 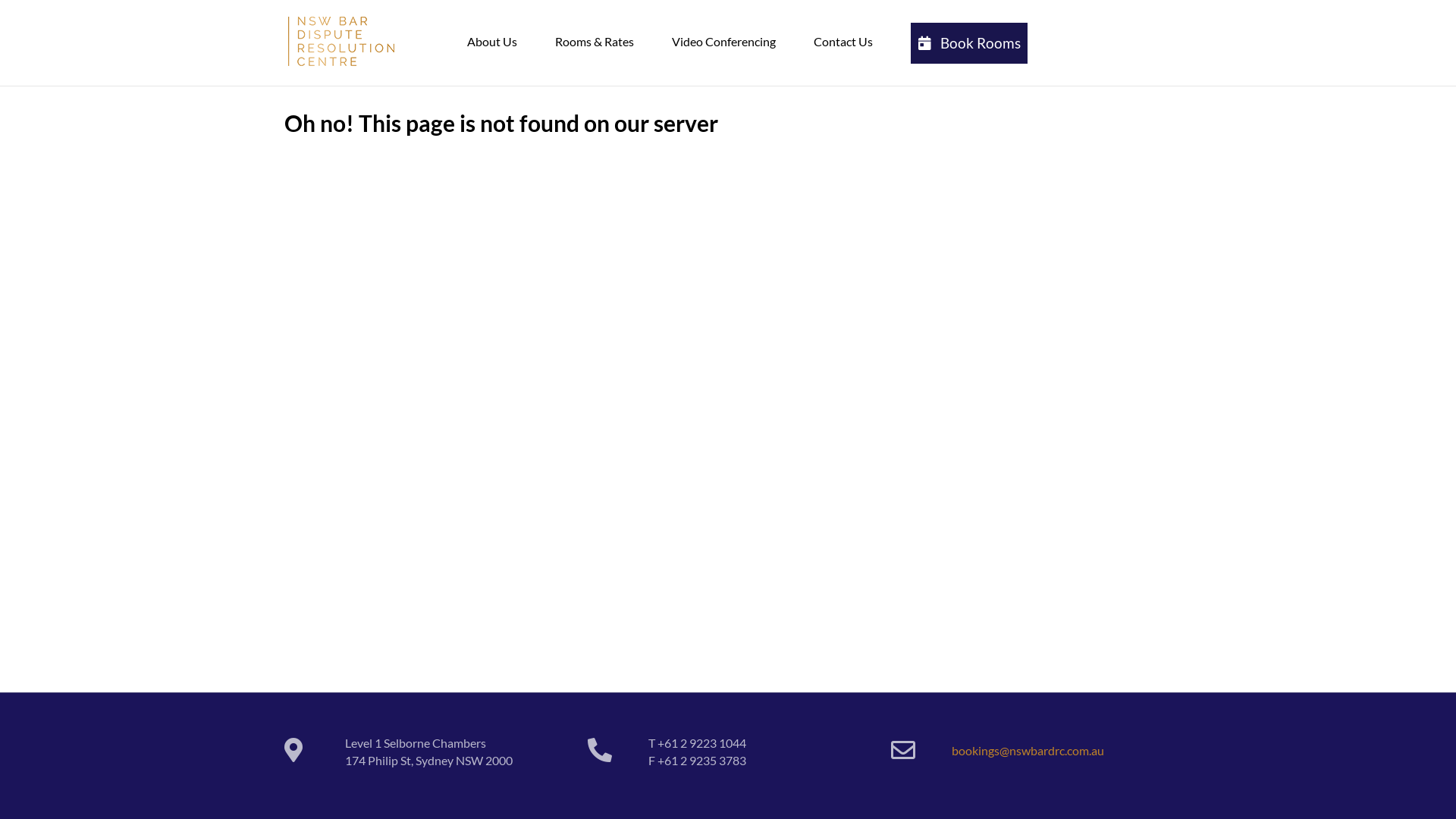 I want to click on 'Rooms & Rates', so click(x=593, y=40).